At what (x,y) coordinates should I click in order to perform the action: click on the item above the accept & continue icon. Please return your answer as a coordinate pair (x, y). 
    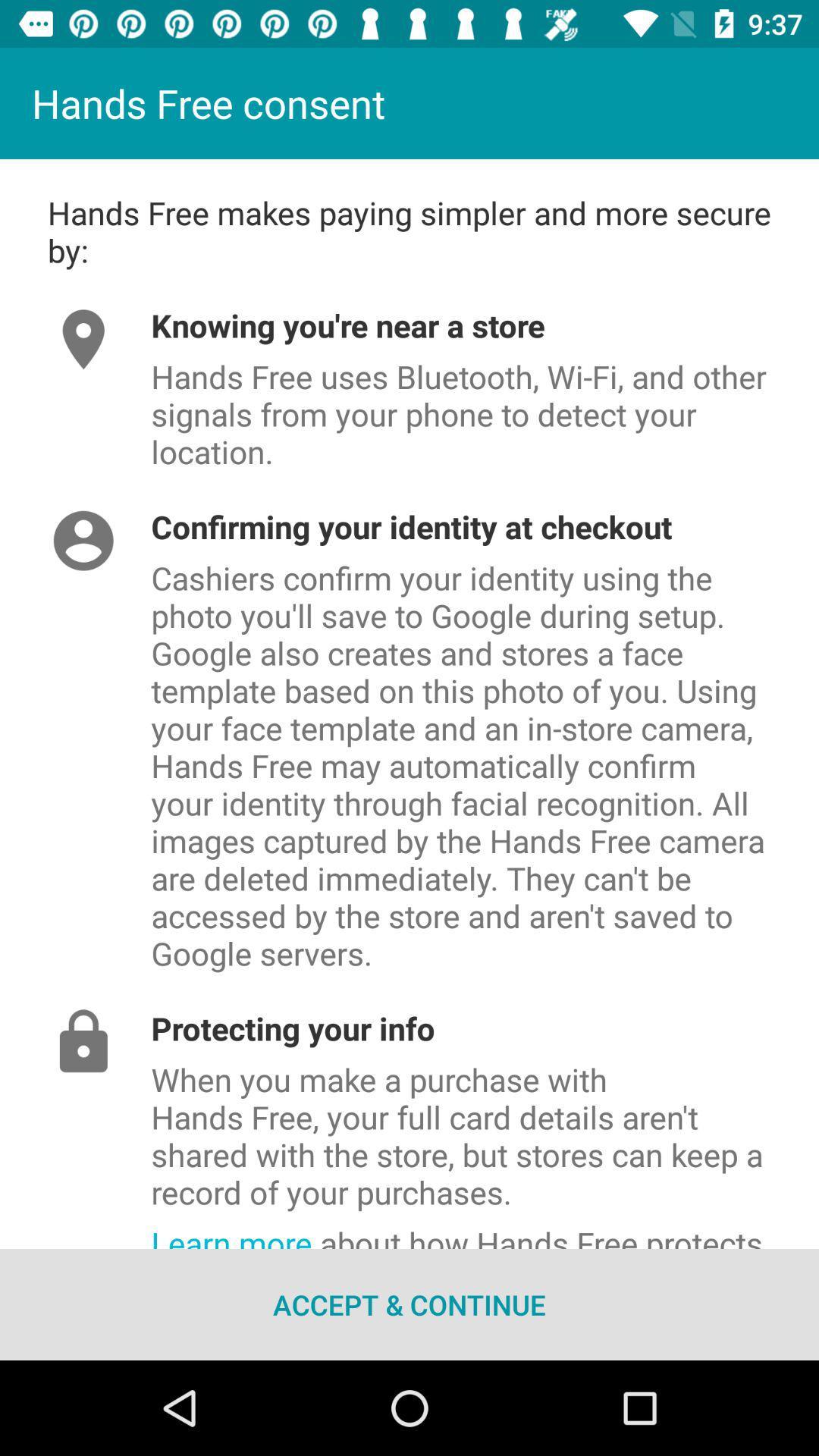
    Looking at the image, I should click on (485, 1231).